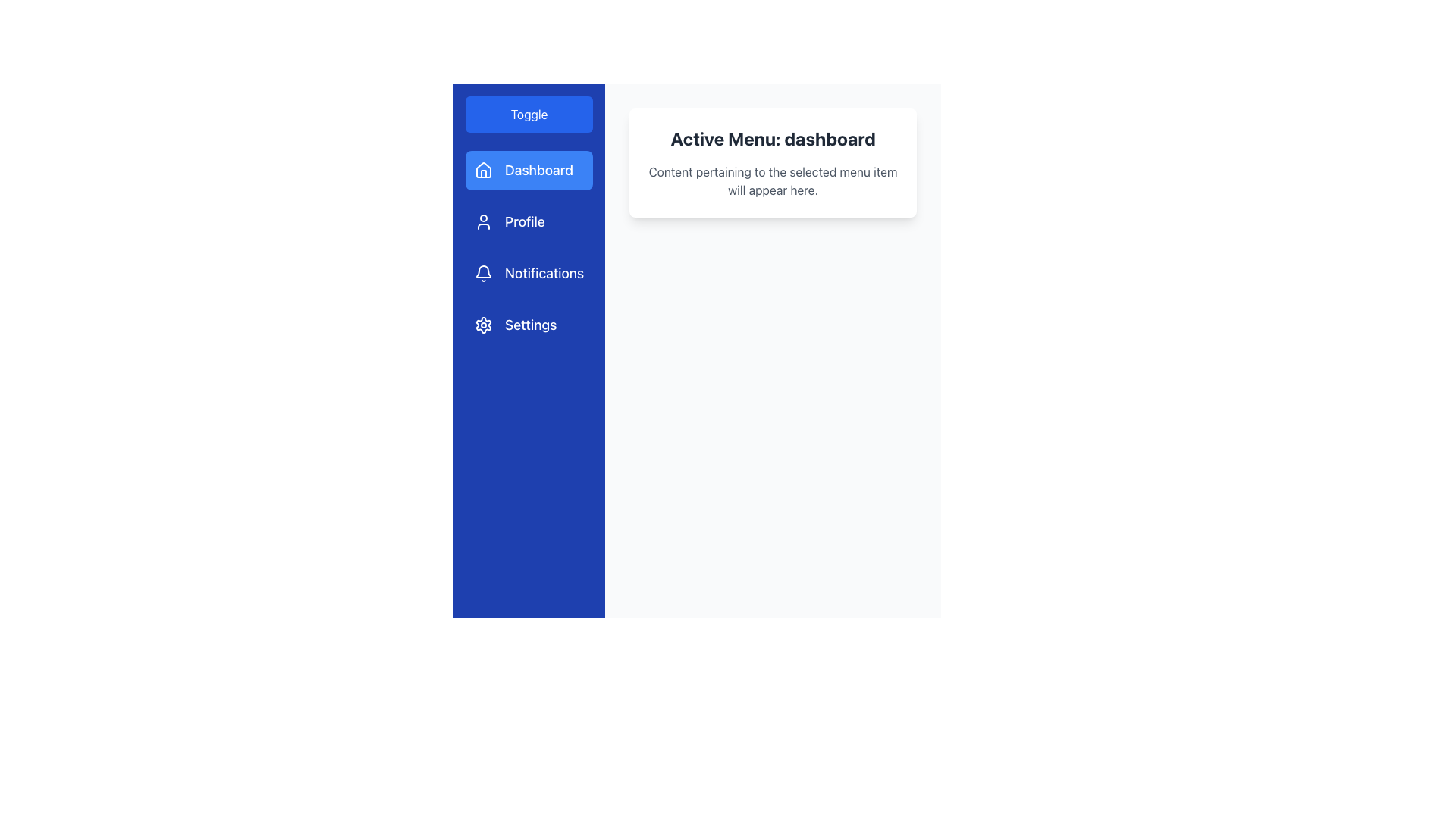 The image size is (1456, 819). What do you see at coordinates (544, 274) in the screenshot?
I see `text content of the 'Notifications' label in the vertical navigation menu, which is bold and white on a blue background` at bounding box center [544, 274].